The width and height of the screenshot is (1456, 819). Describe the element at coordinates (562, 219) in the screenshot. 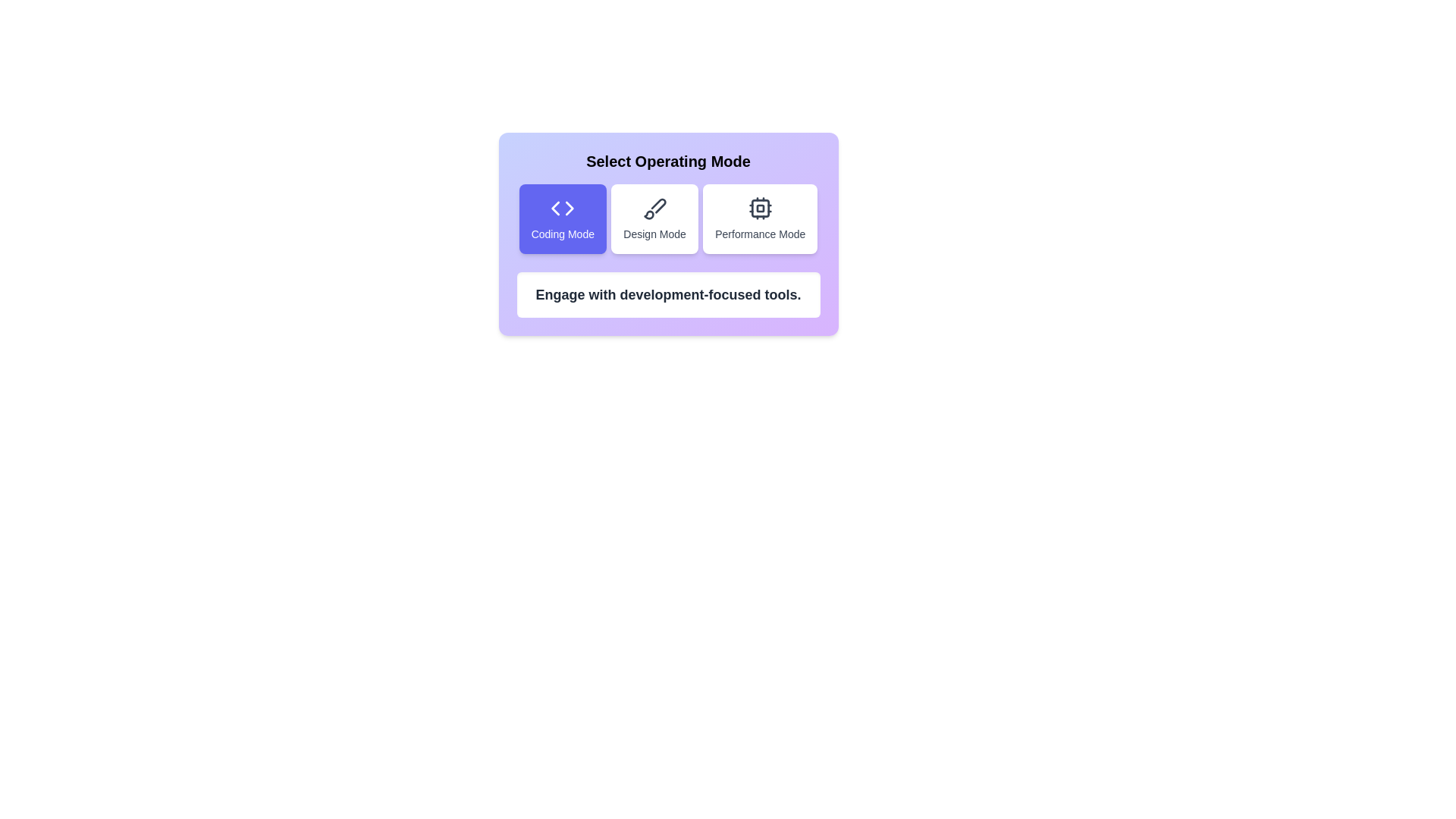

I see `the mode by clicking on the corresponding button. The parameter Coding Mode determines the mode to select` at that location.